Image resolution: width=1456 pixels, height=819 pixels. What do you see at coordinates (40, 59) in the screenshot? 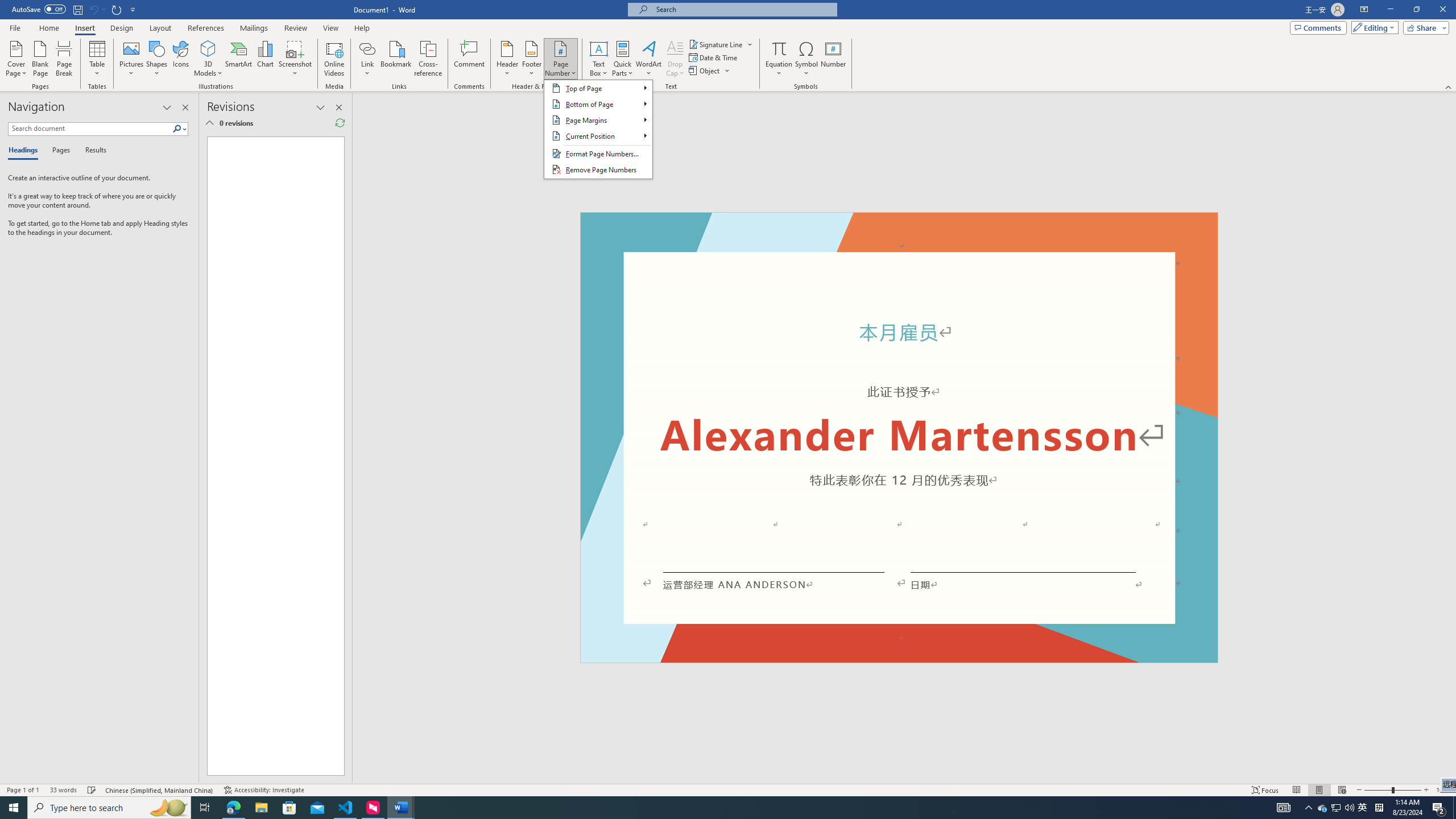
I see `'Blank Page'` at bounding box center [40, 59].